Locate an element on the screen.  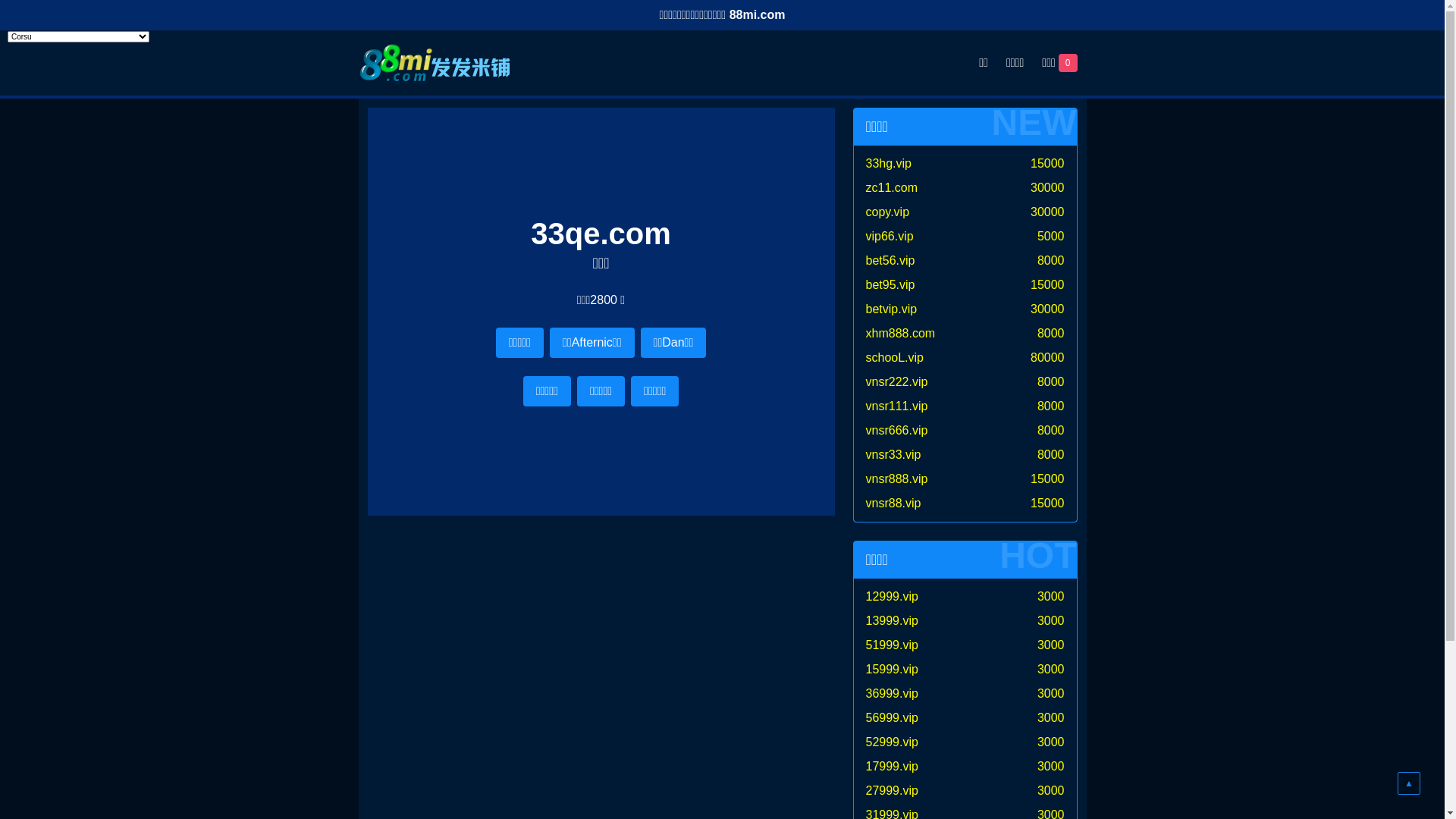
'52999.vip' is located at coordinates (892, 741).